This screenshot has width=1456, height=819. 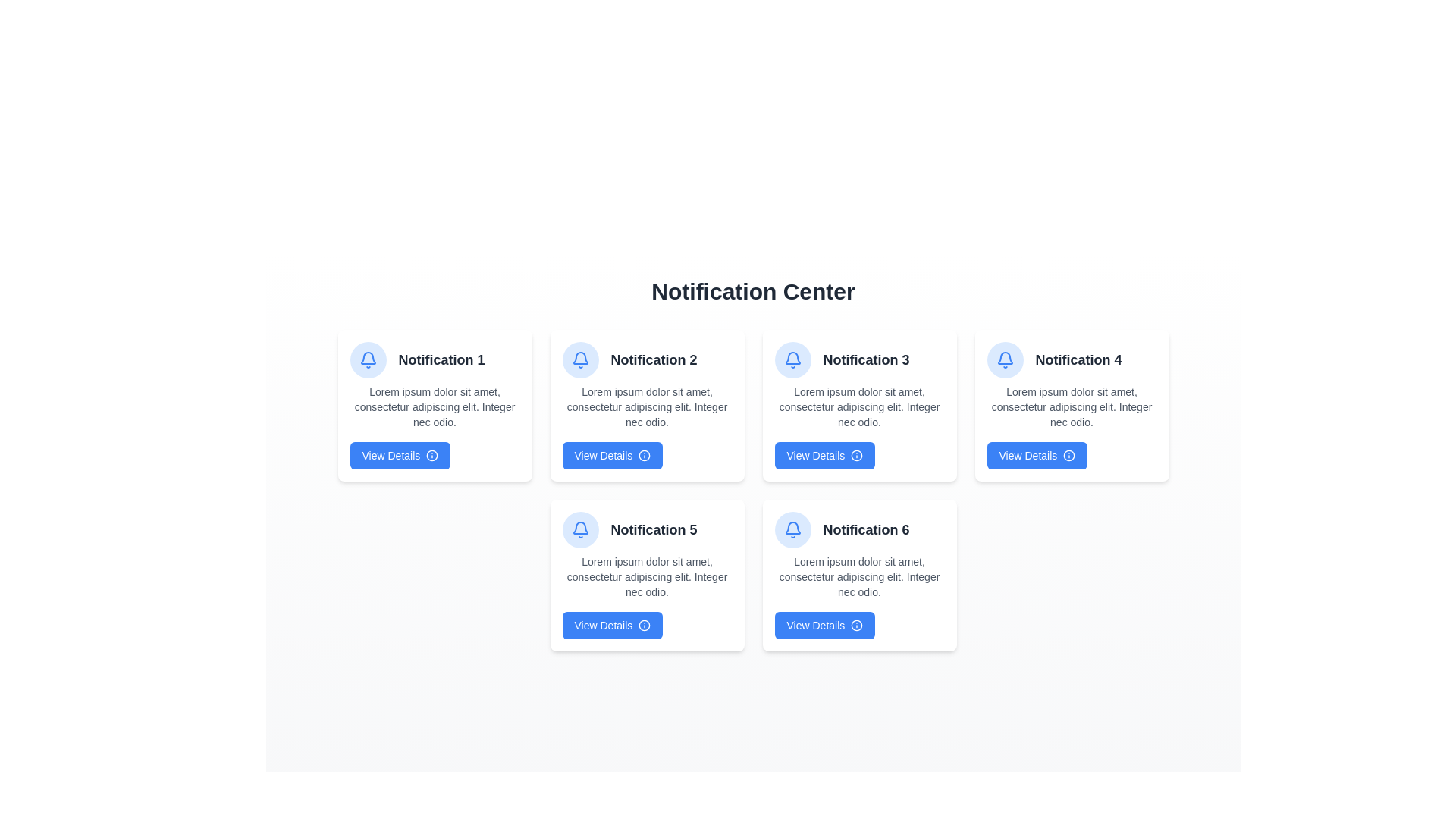 What do you see at coordinates (866, 529) in the screenshot?
I see `title of the notification card located in the second row on the rightmost side of the Notification Center, which helps distinguish it from other notifications` at bounding box center [866, 529].